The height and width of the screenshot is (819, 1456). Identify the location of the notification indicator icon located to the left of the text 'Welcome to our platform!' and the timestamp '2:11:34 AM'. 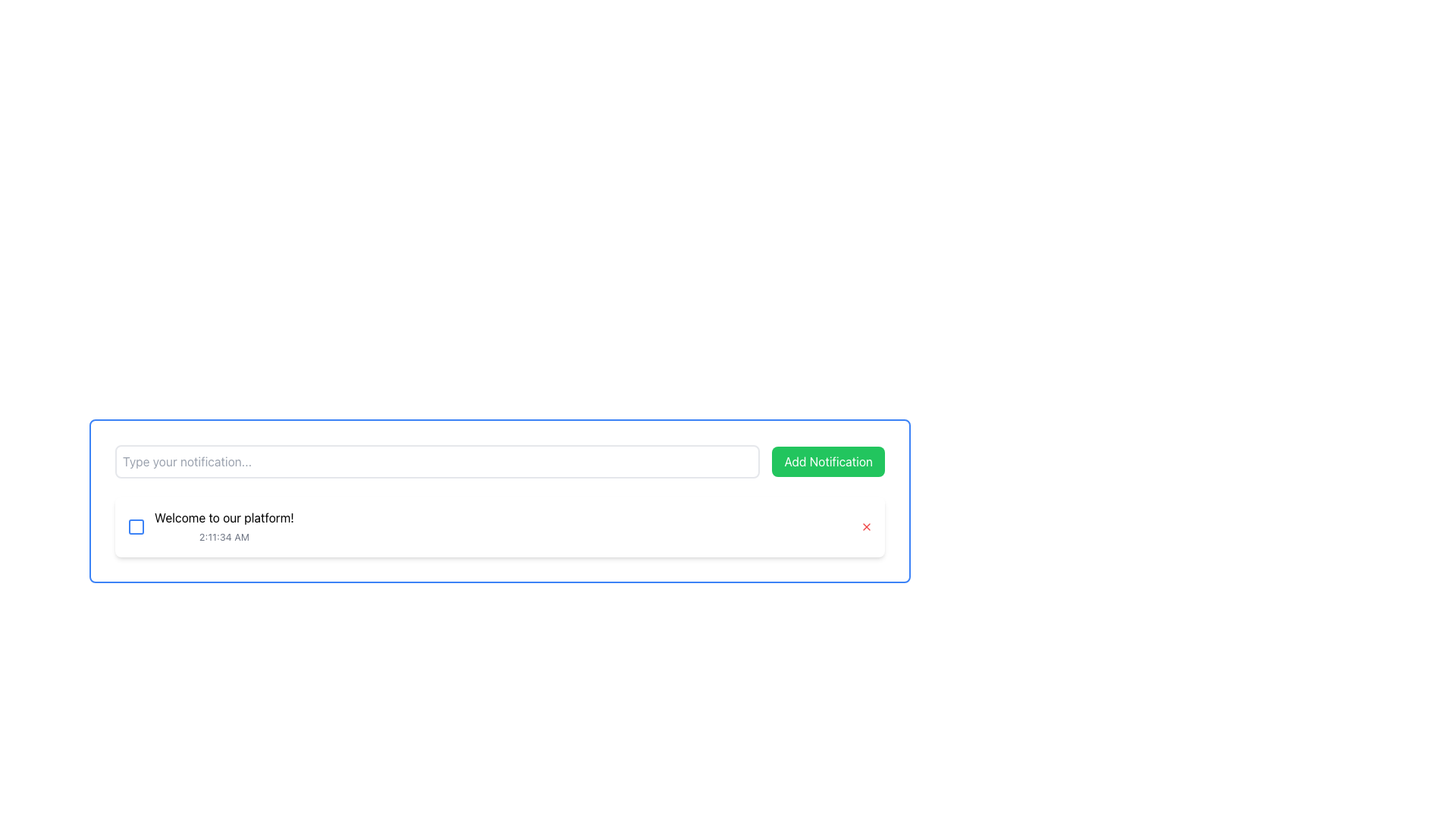
(136, 526).